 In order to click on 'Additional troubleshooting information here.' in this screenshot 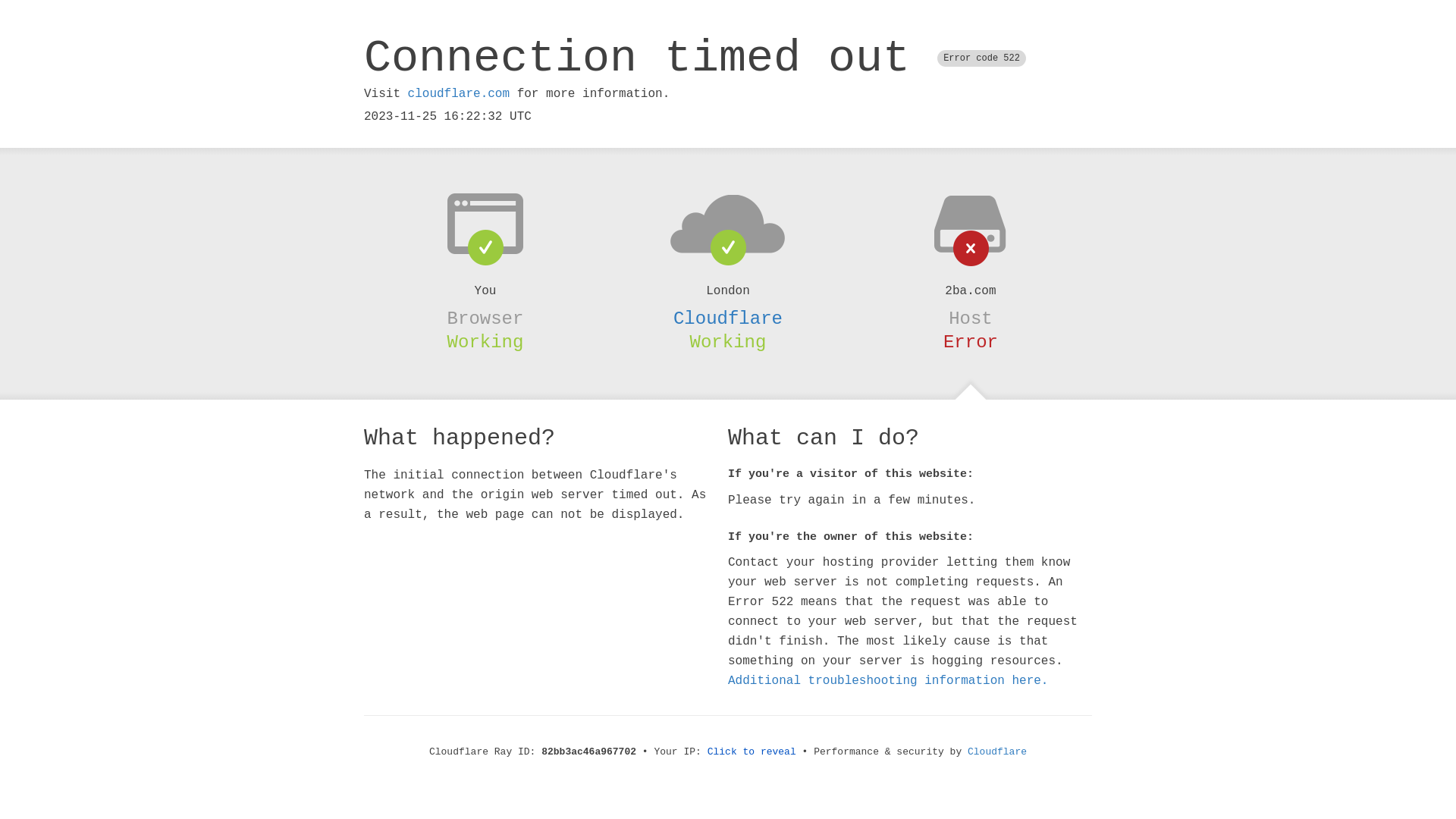, I will do `click(888, 680)`.